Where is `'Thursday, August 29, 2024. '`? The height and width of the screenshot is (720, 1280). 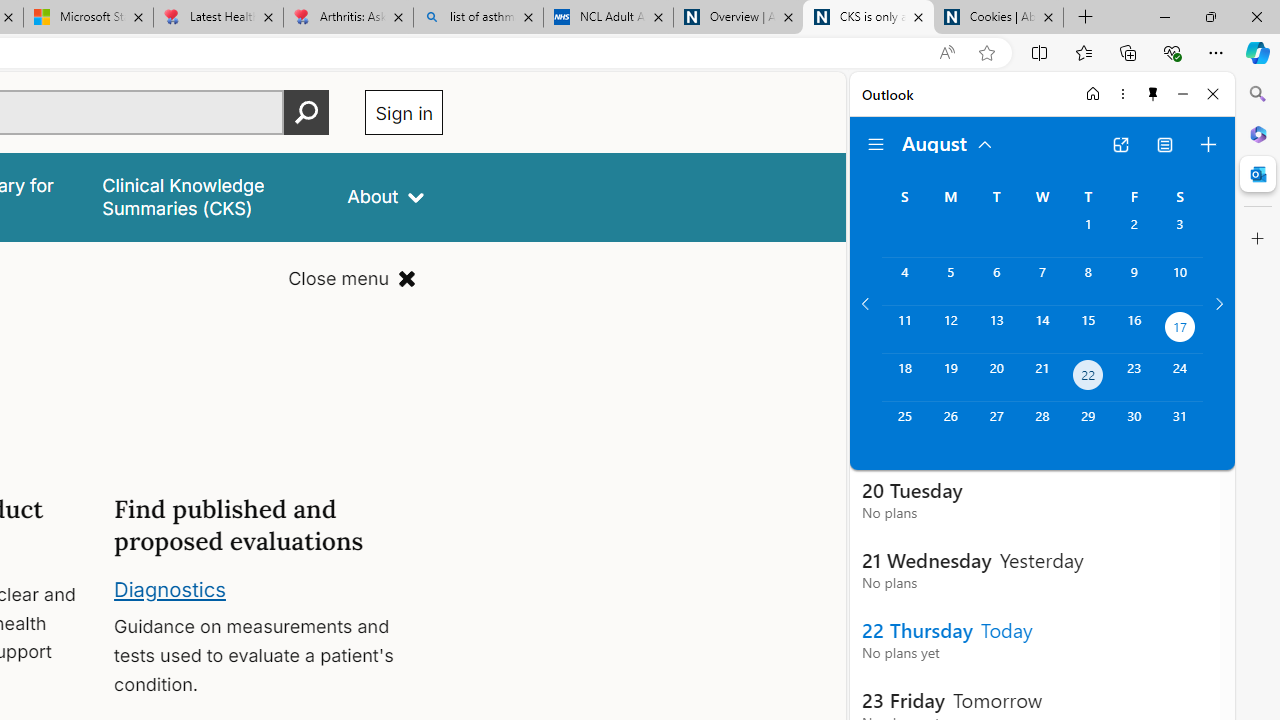
'Thursday, August 29, 2024. ' is located at coordinates (1087, 424).